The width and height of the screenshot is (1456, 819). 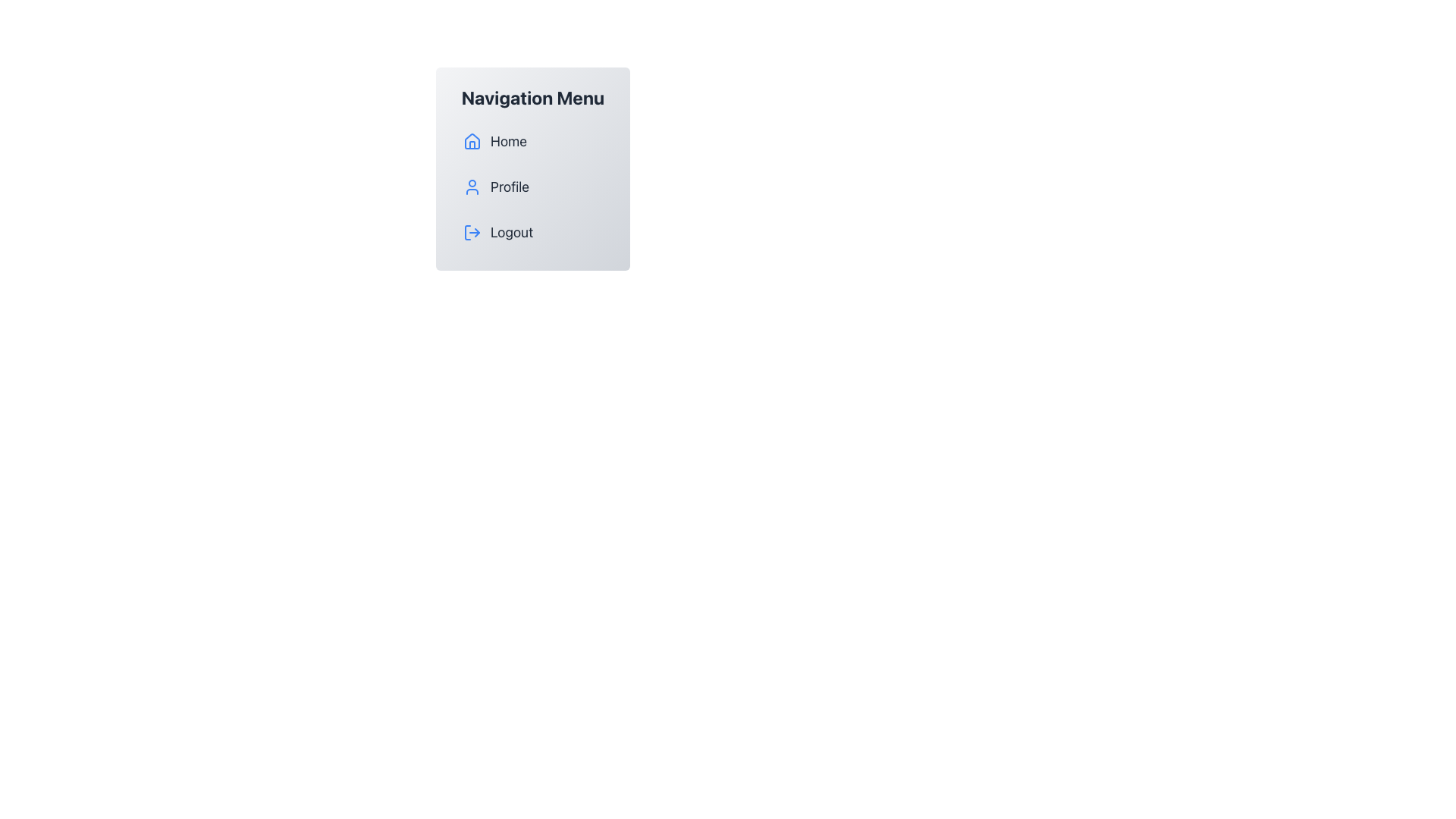 I want to click on the Navigation Menu Component, so click(x=532, y=169).